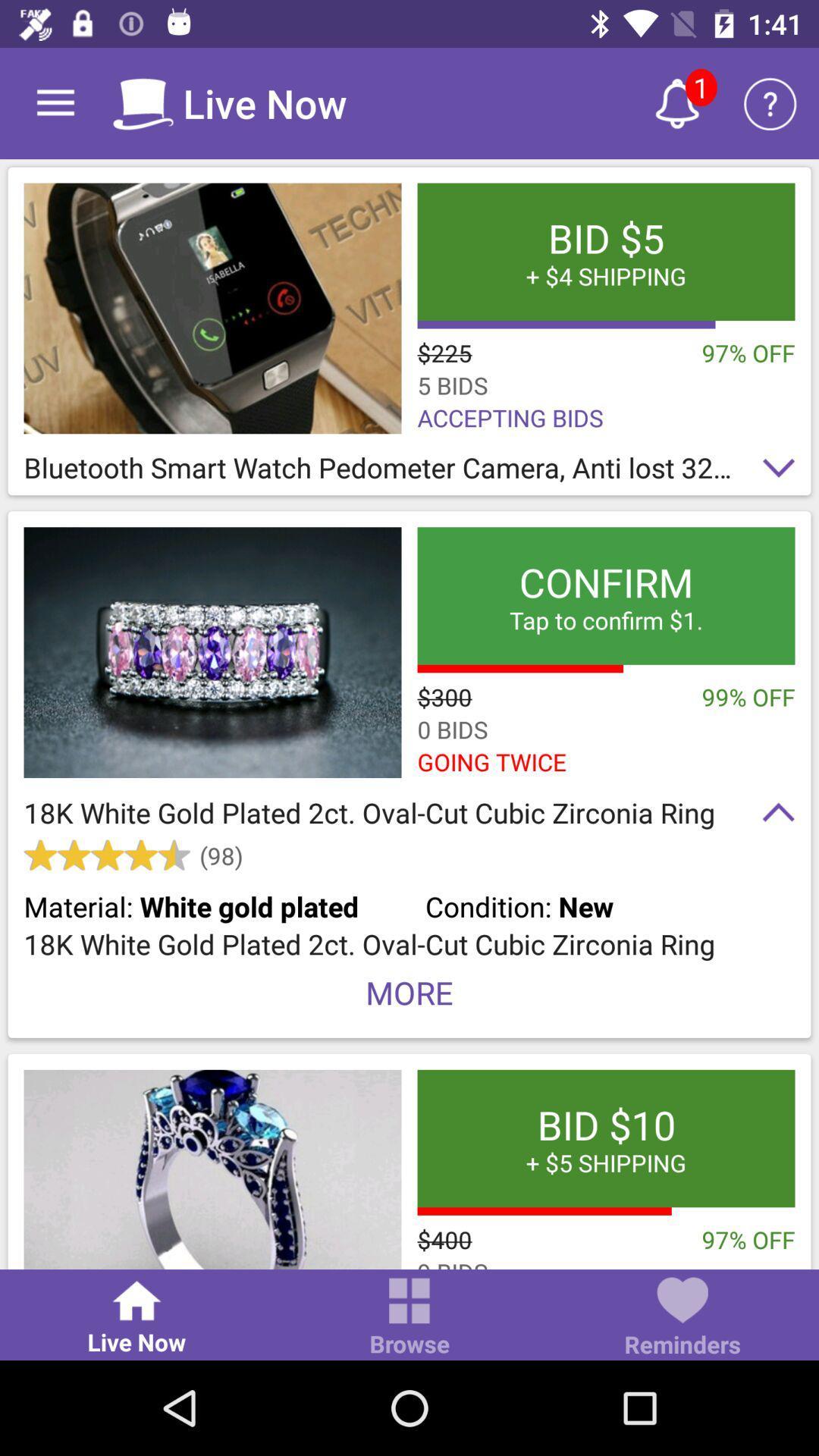 This screenshot has width=819, height=1456. What do you see at coordinates (212, 652) in the screenshot?
I see `18k white gold ring` at bounding box center [212, 652].